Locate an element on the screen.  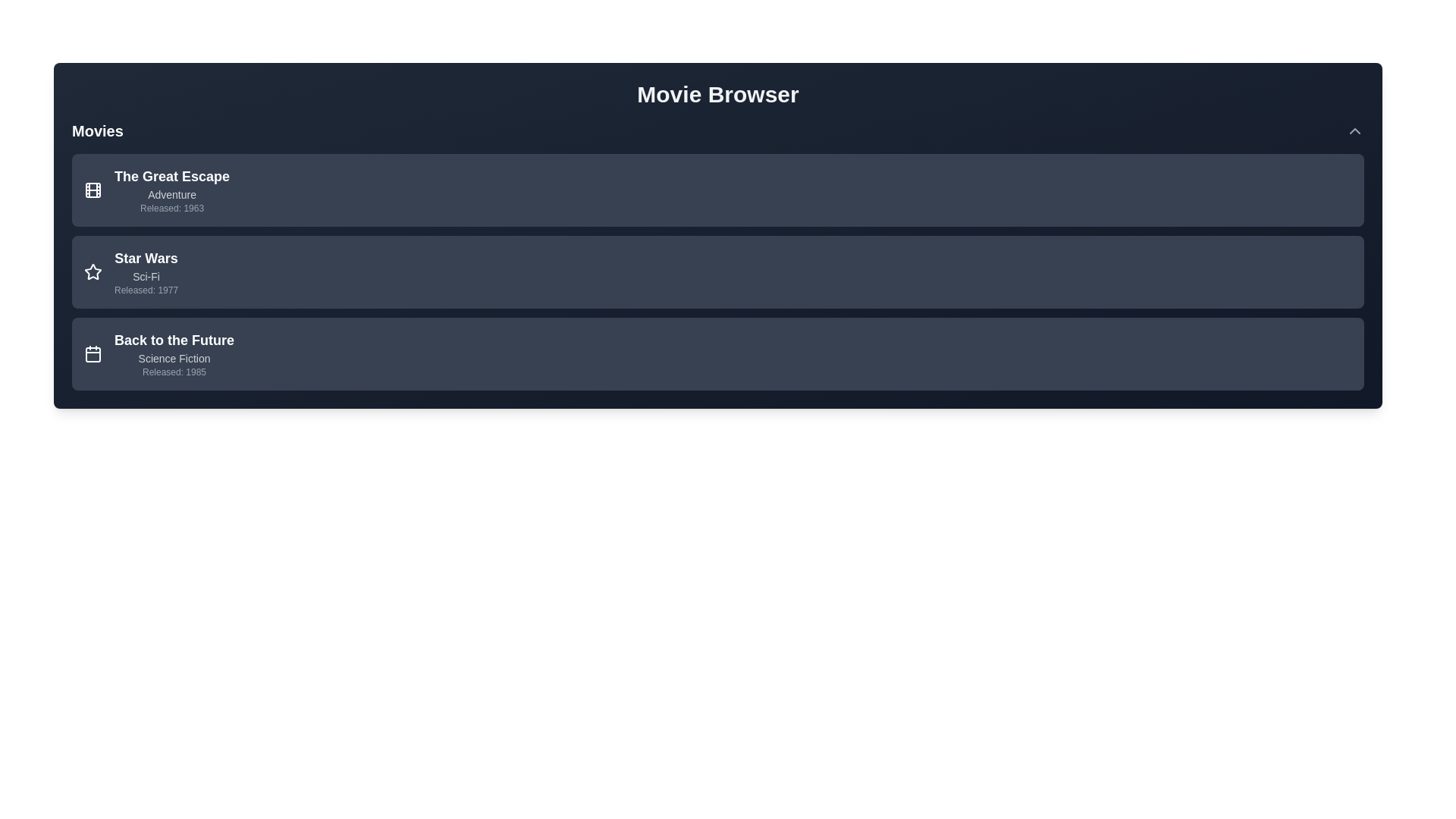
the icon associated with the movie Back to the Future is located at coordinates (93, 353).